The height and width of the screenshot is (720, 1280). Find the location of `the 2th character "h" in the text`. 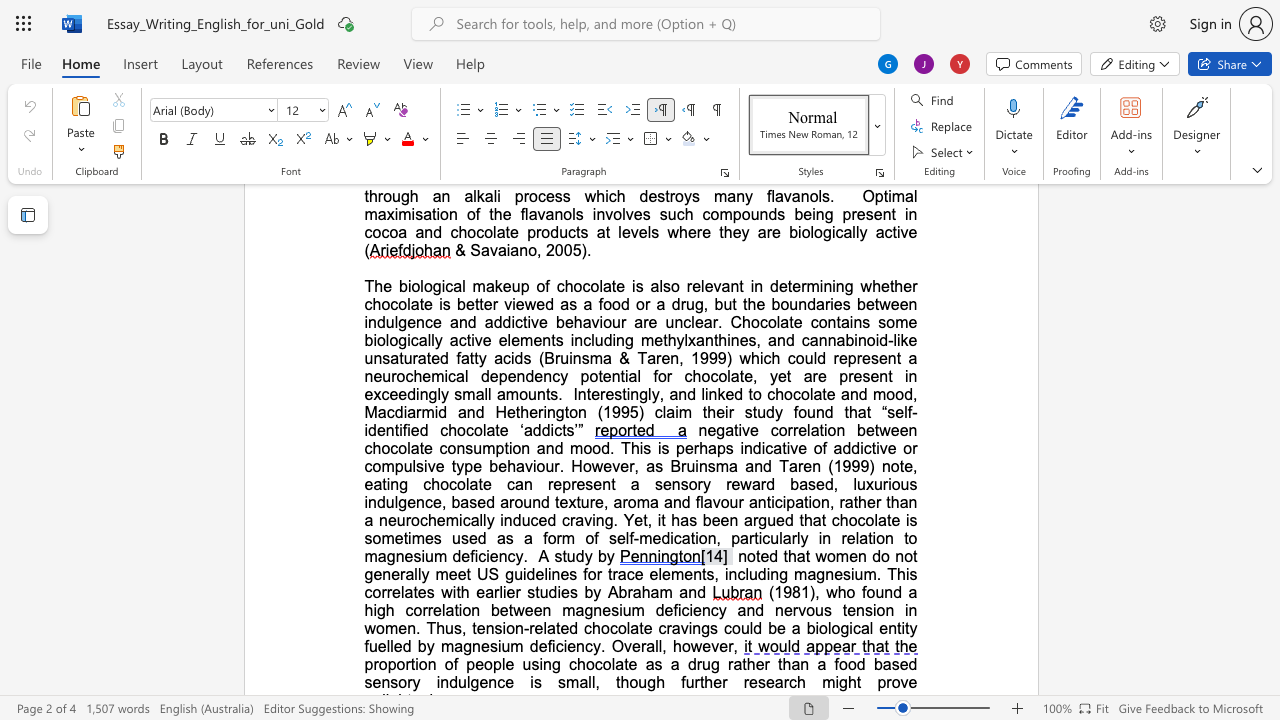

the 2th character "h" in the text is located at coordinates (634, 447).